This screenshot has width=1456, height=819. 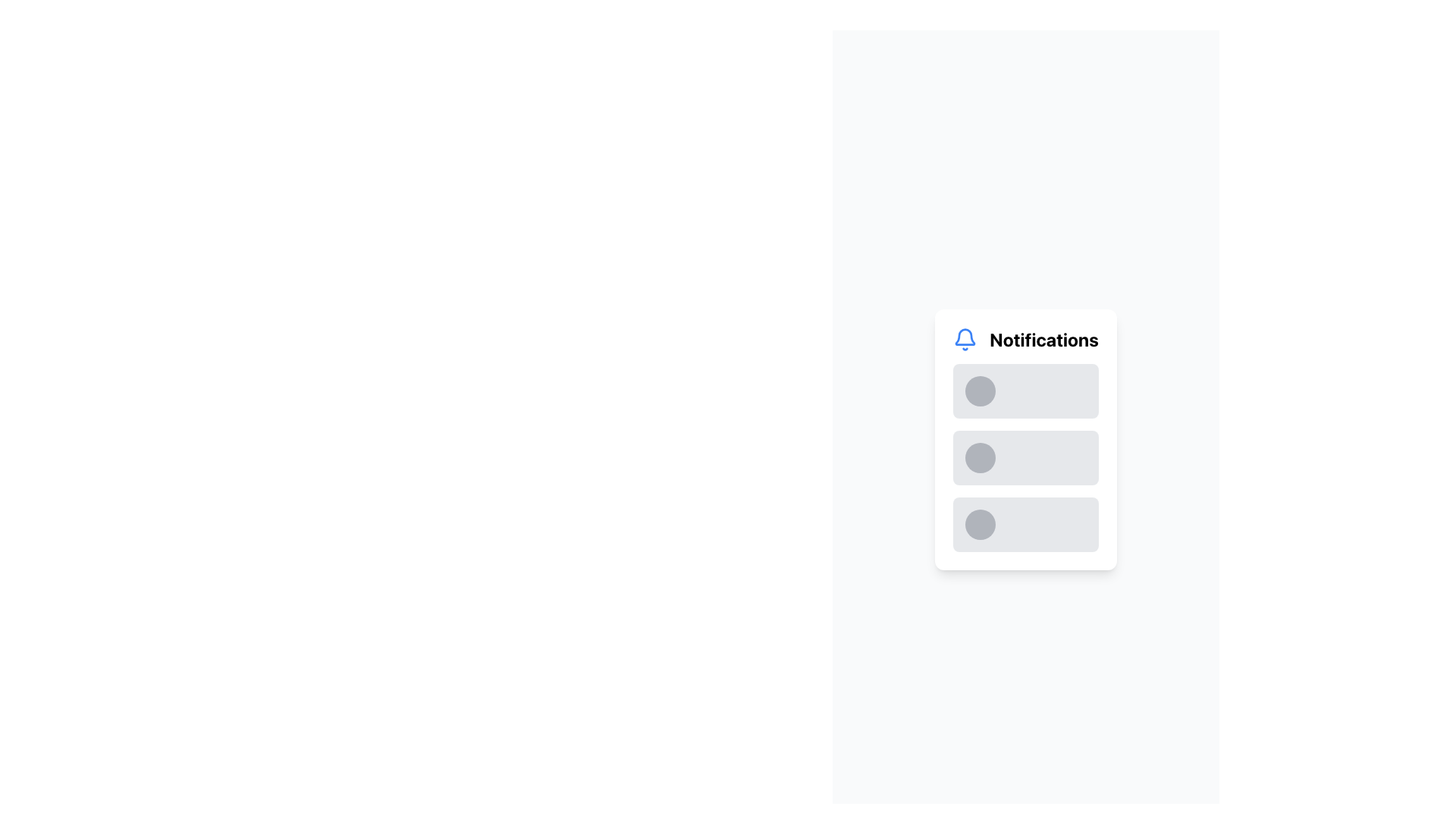 I want to click on the Placeholder or Avatar Circle located at the leftmost side of the middle notification item in a vertically stacked list, so click(x=981, y=457).